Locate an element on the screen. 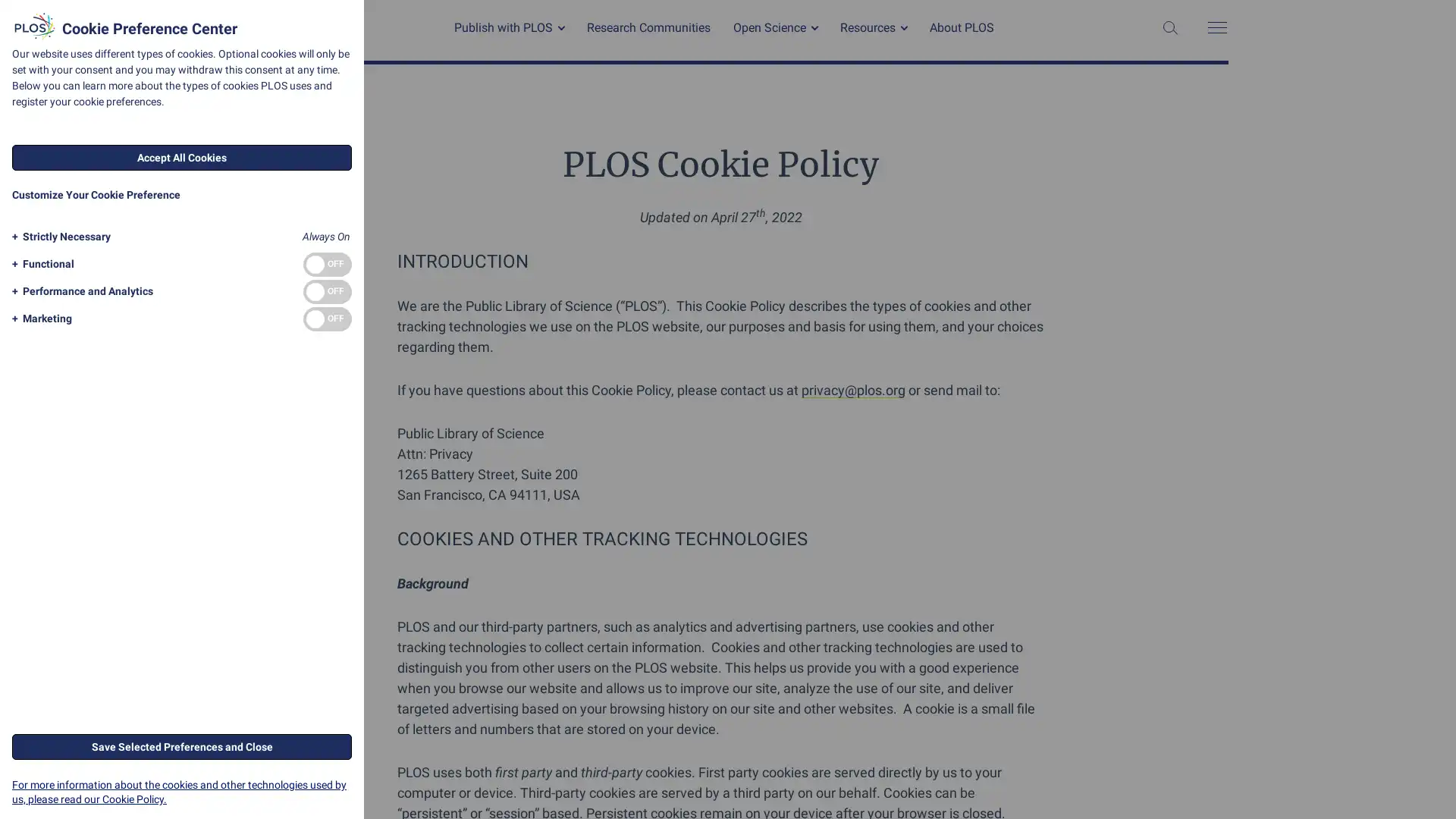  Toggle explanation of Marketing Cookies. is located at coordinates (39, 318).